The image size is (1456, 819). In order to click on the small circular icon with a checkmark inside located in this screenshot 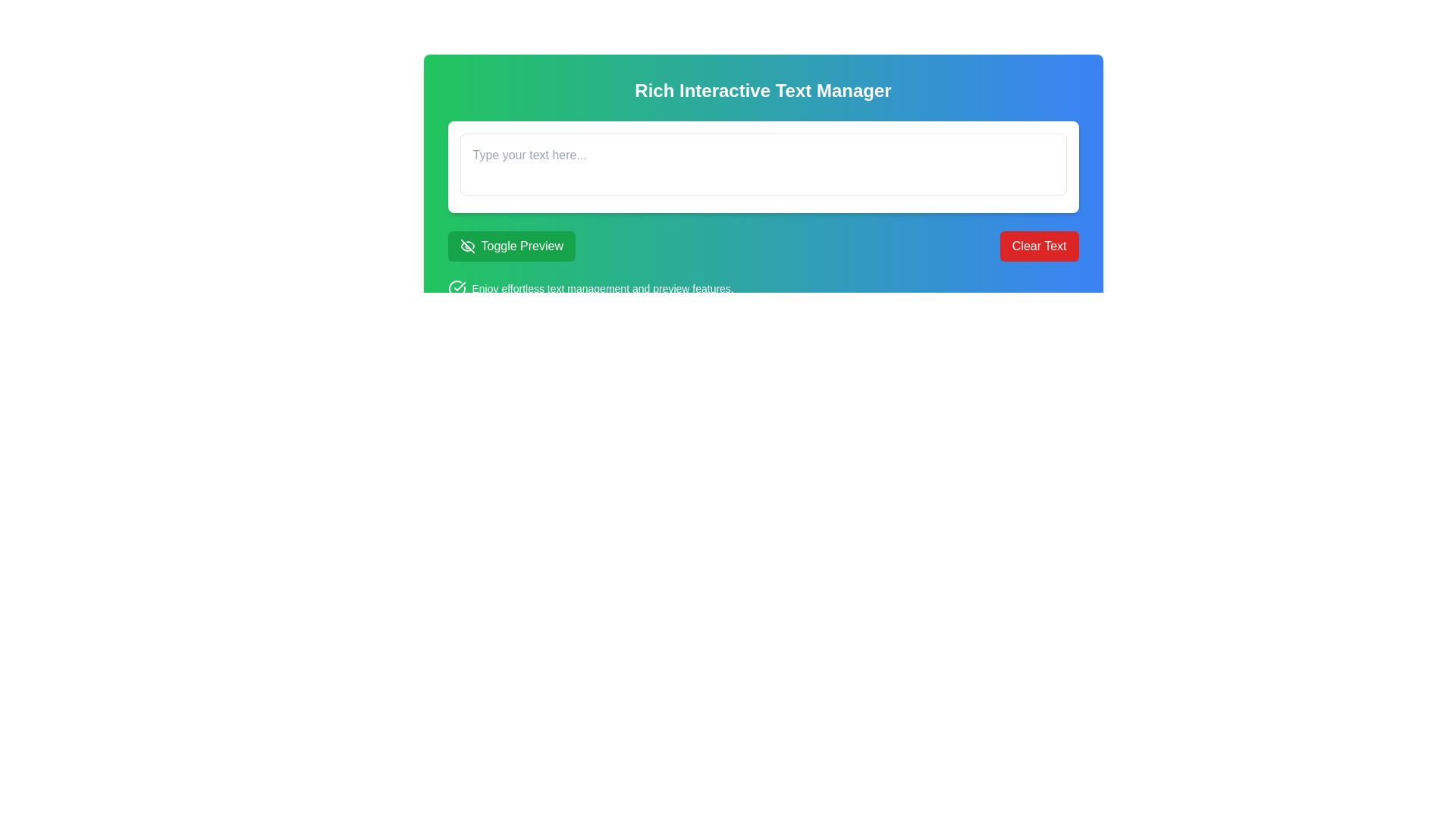, I will do `click(456, 289)`.